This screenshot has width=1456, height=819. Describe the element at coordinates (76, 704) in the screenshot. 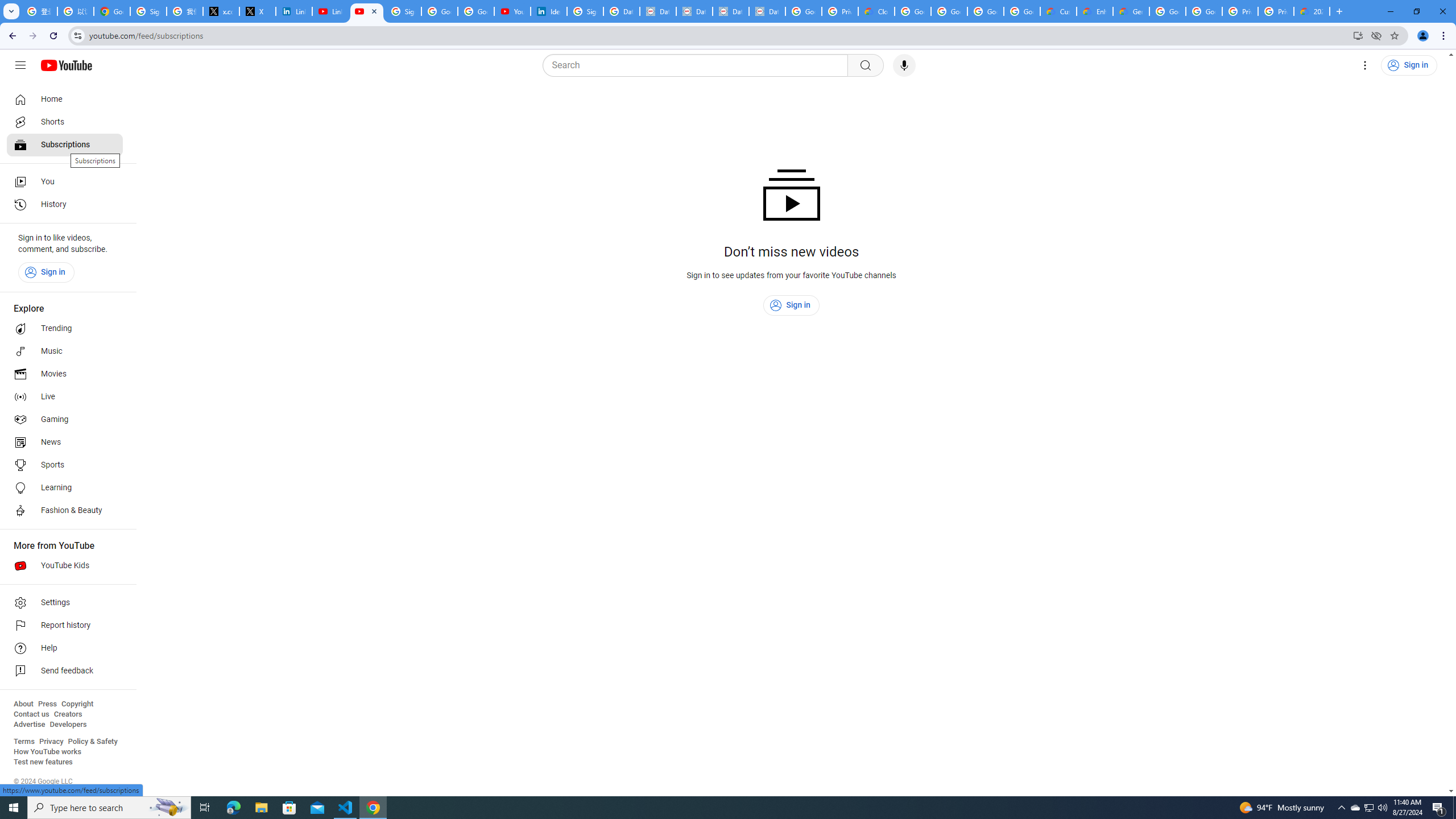

I see `'Copyright'` at that location.